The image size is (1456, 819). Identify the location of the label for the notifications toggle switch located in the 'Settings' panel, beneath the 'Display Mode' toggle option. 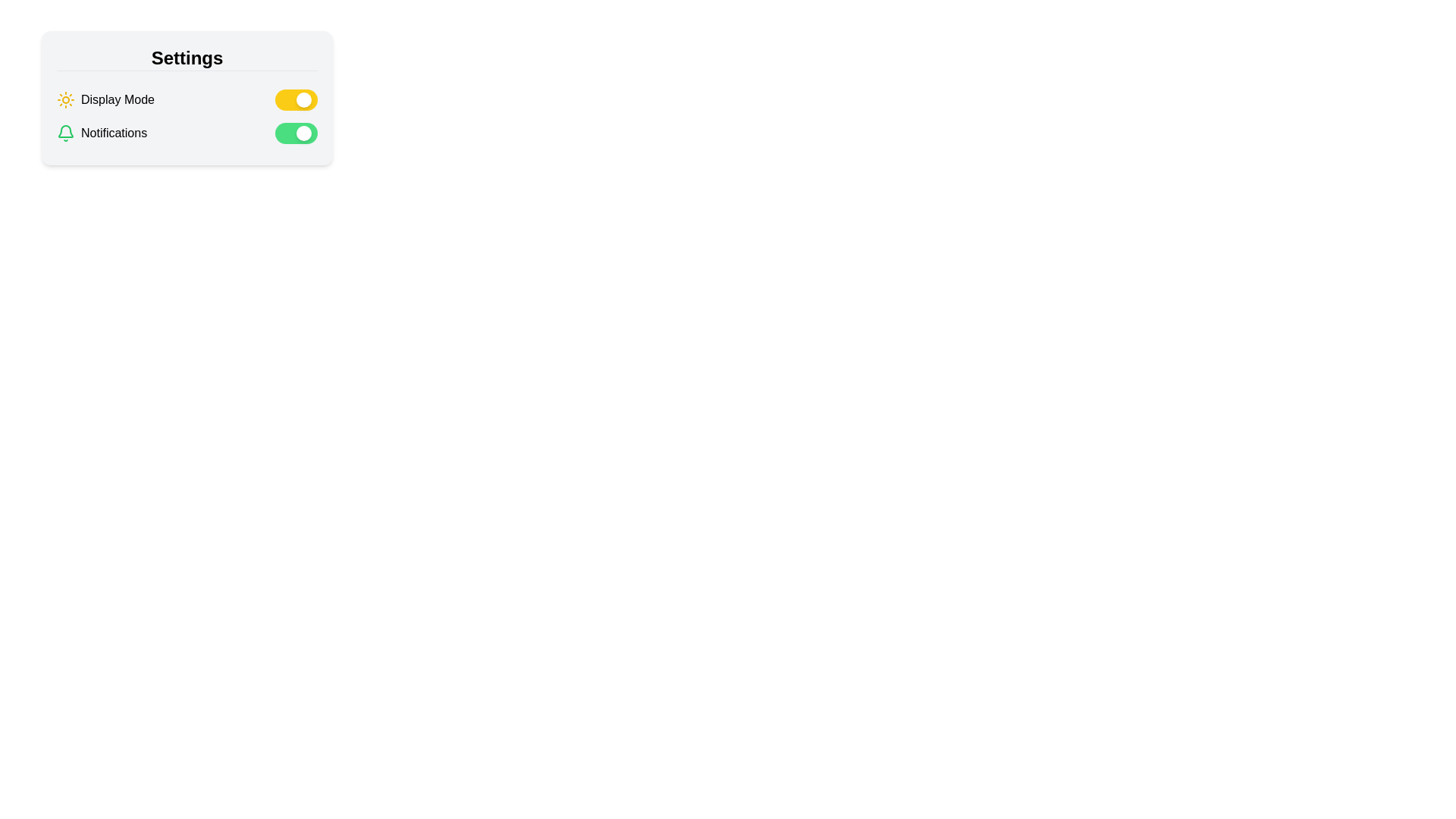
(101, 133).